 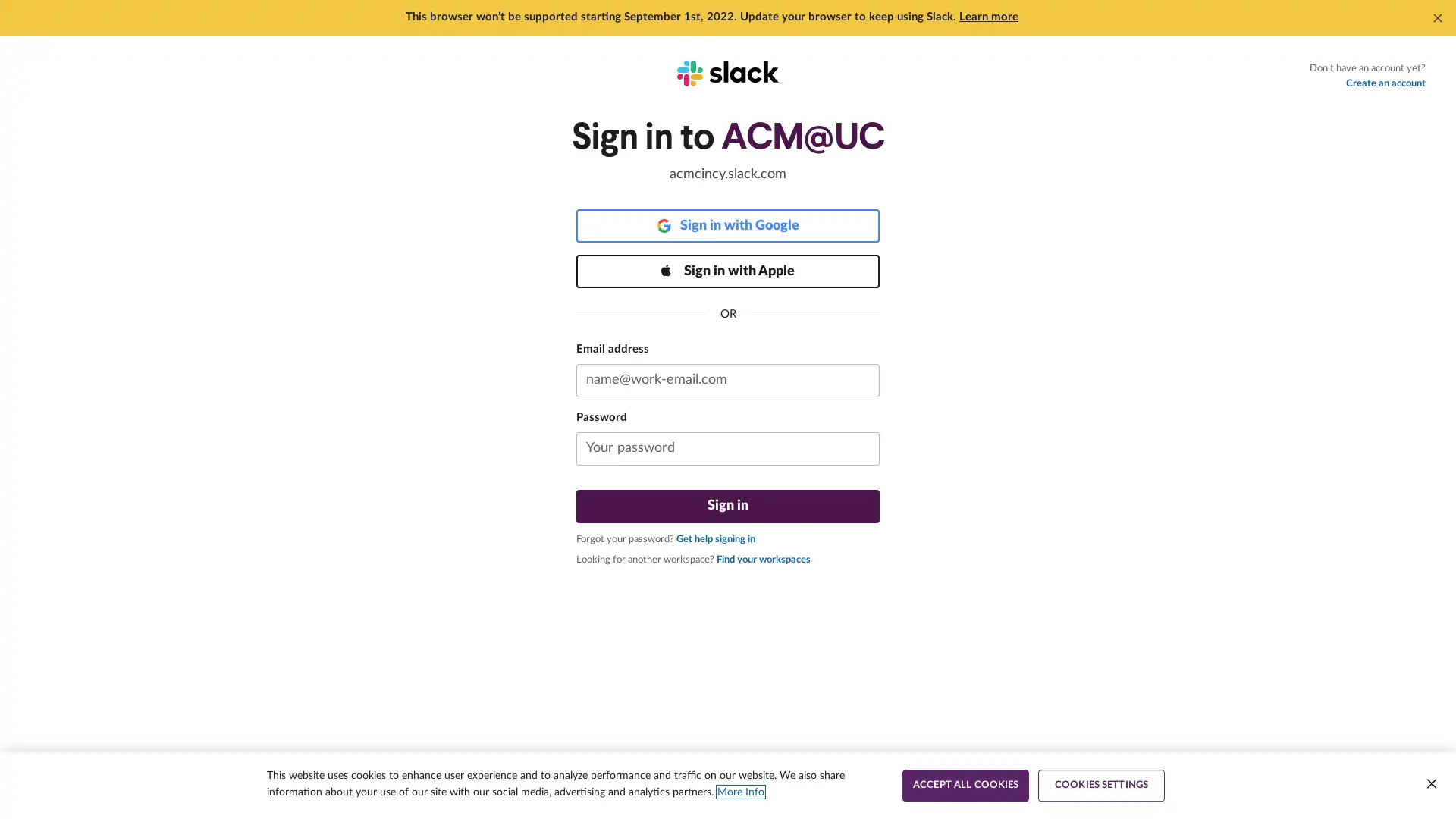 What do you see at coordinates (965, 785) in the screenshot?
I see `ACCEPT ALL COOKIES` at bounding box center [965, 785].